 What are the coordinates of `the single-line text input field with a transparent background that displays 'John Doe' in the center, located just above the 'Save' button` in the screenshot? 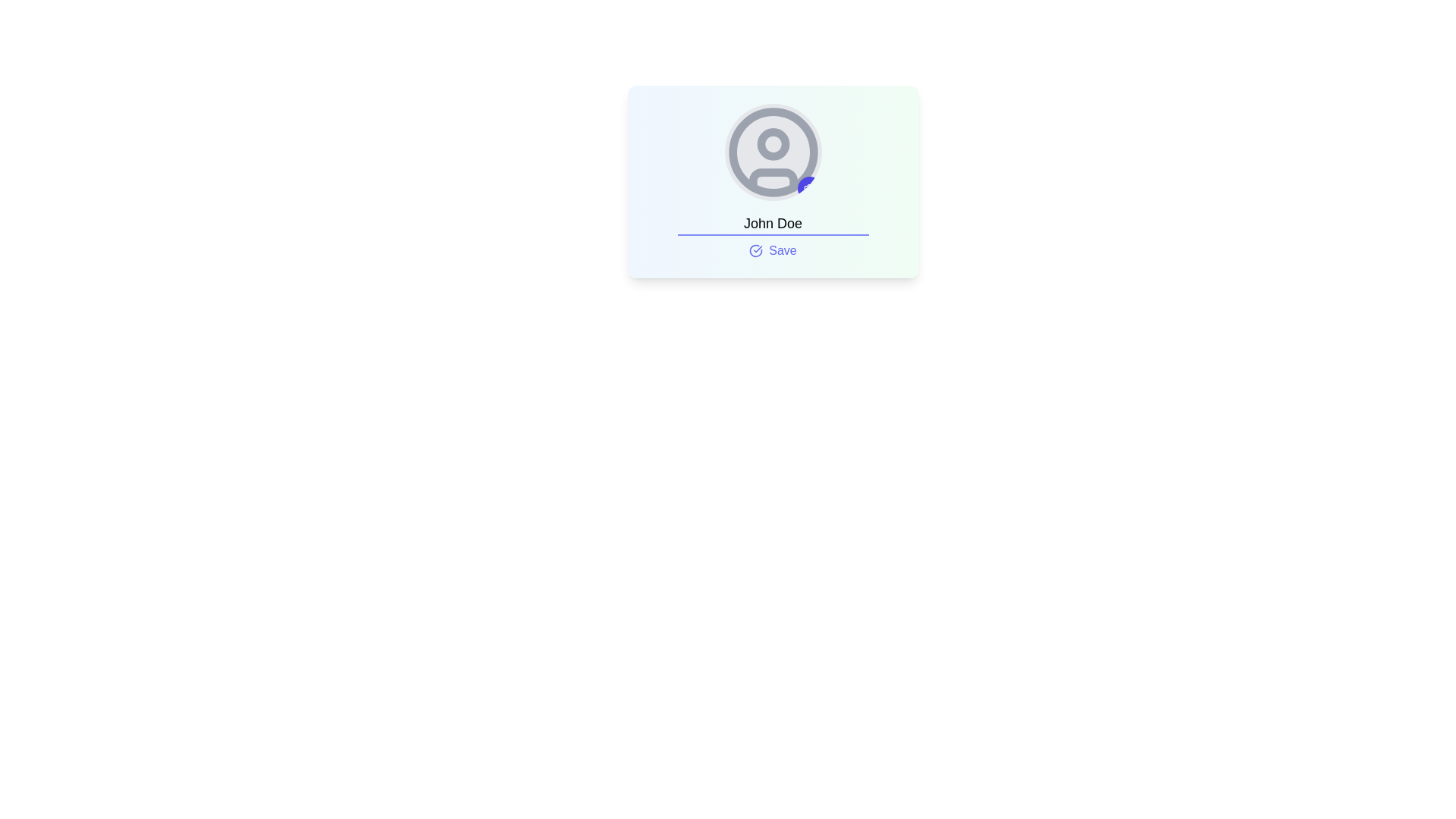 It's located at (773, 224).